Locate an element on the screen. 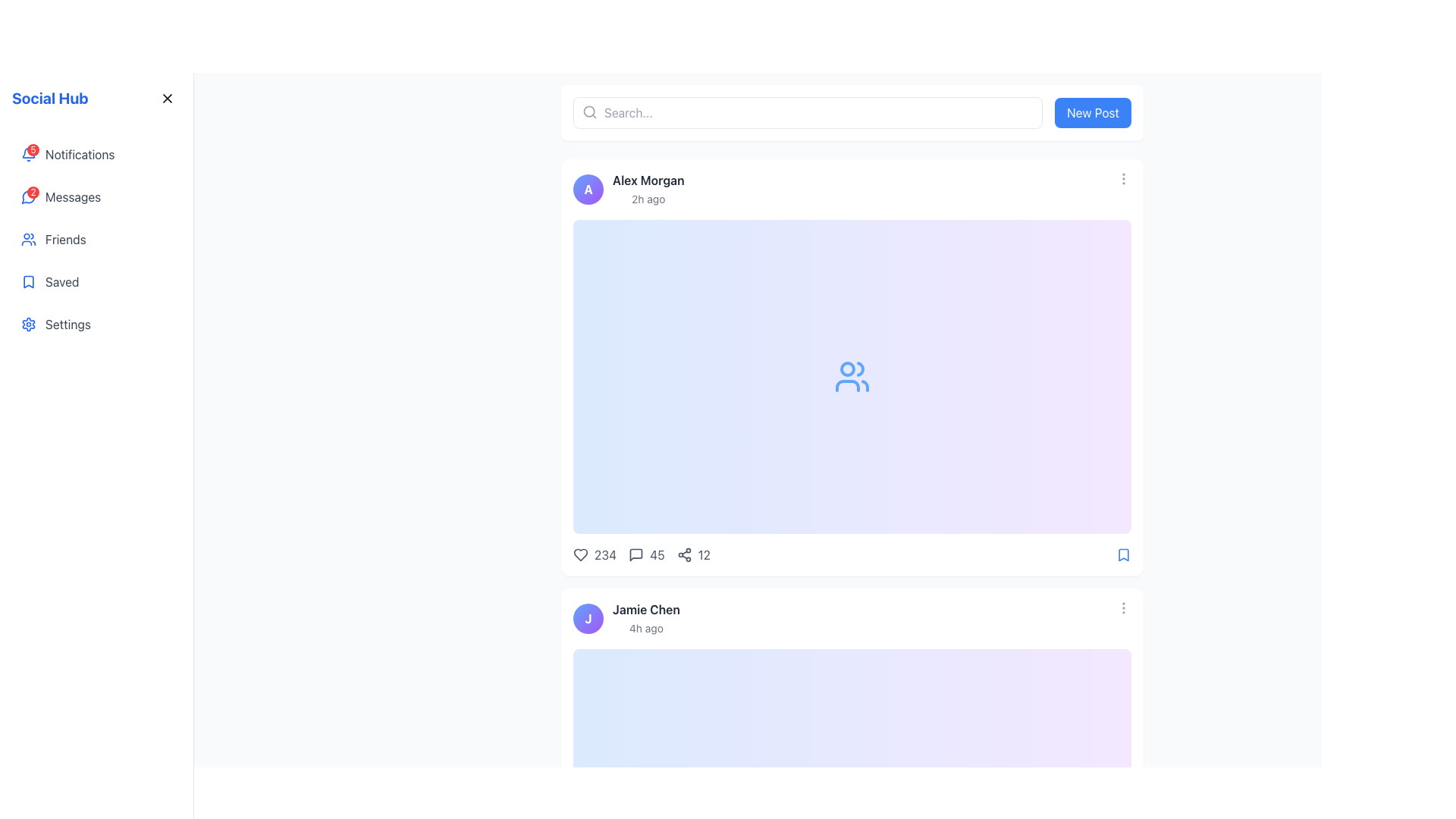 This screenshot has height=819, width=1456. the 'Saved' icon located in the sidebar navigation menu, which is the fourth item from the top, to visually represent the 'Saved' feature is located at coordinates (29, 281).